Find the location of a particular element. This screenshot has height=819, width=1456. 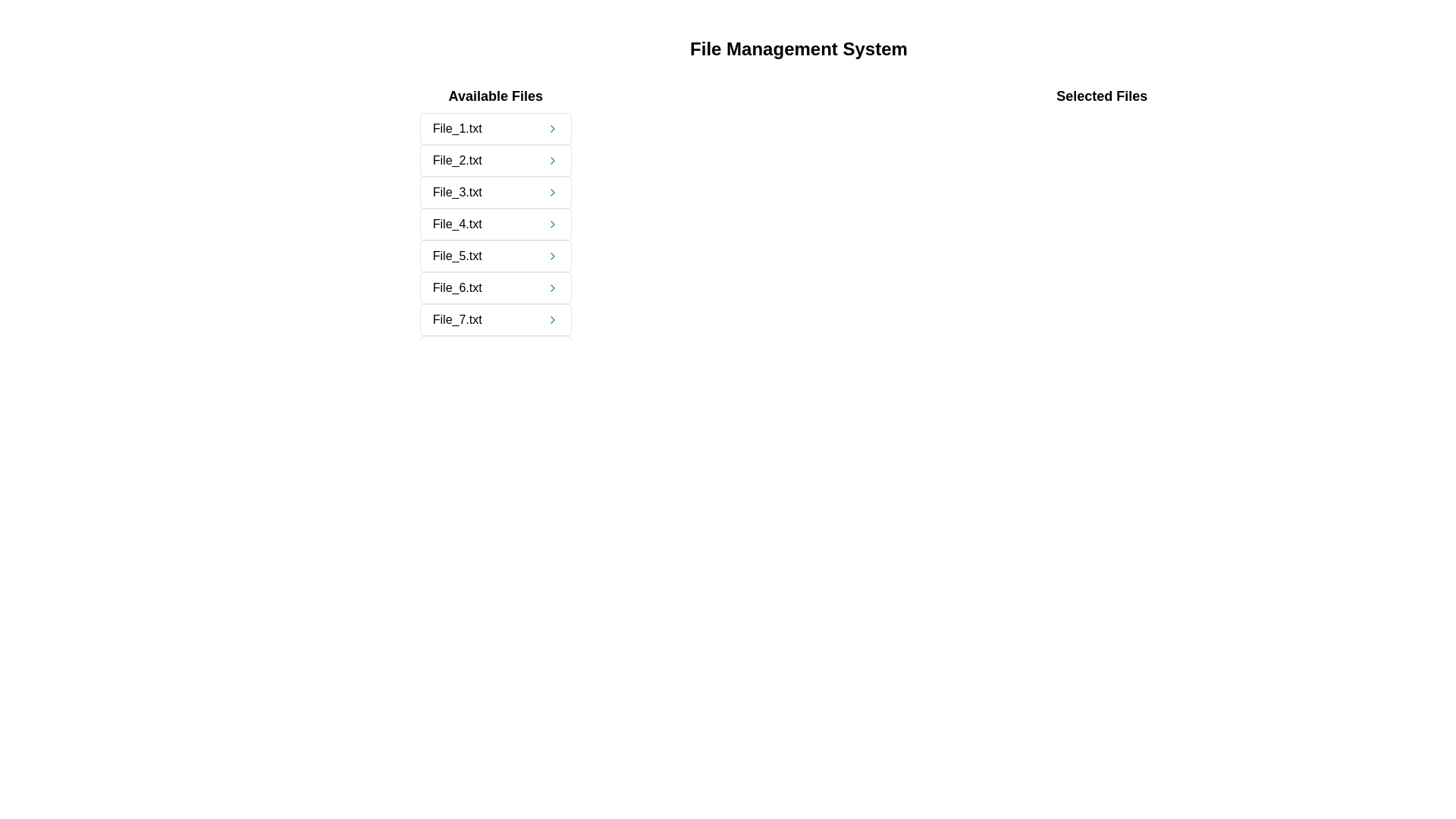

the static text heading that labels the list of available files, located at the top of the list and centered above it is located at coordinates (495, 96).